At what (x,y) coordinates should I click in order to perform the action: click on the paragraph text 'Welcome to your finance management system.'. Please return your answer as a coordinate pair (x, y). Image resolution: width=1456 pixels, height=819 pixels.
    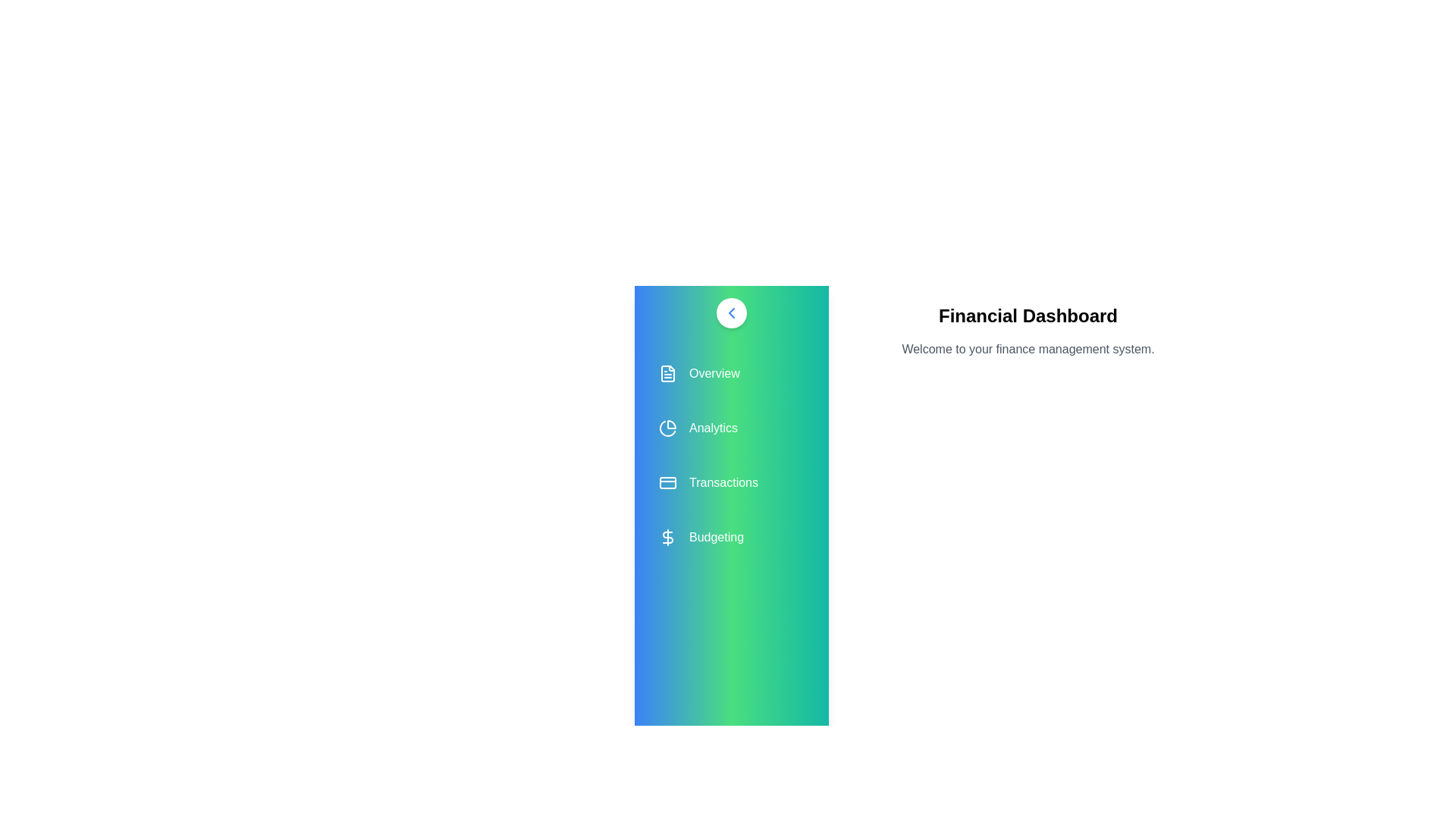
    Looking at the image, I should click on (1028, 350).